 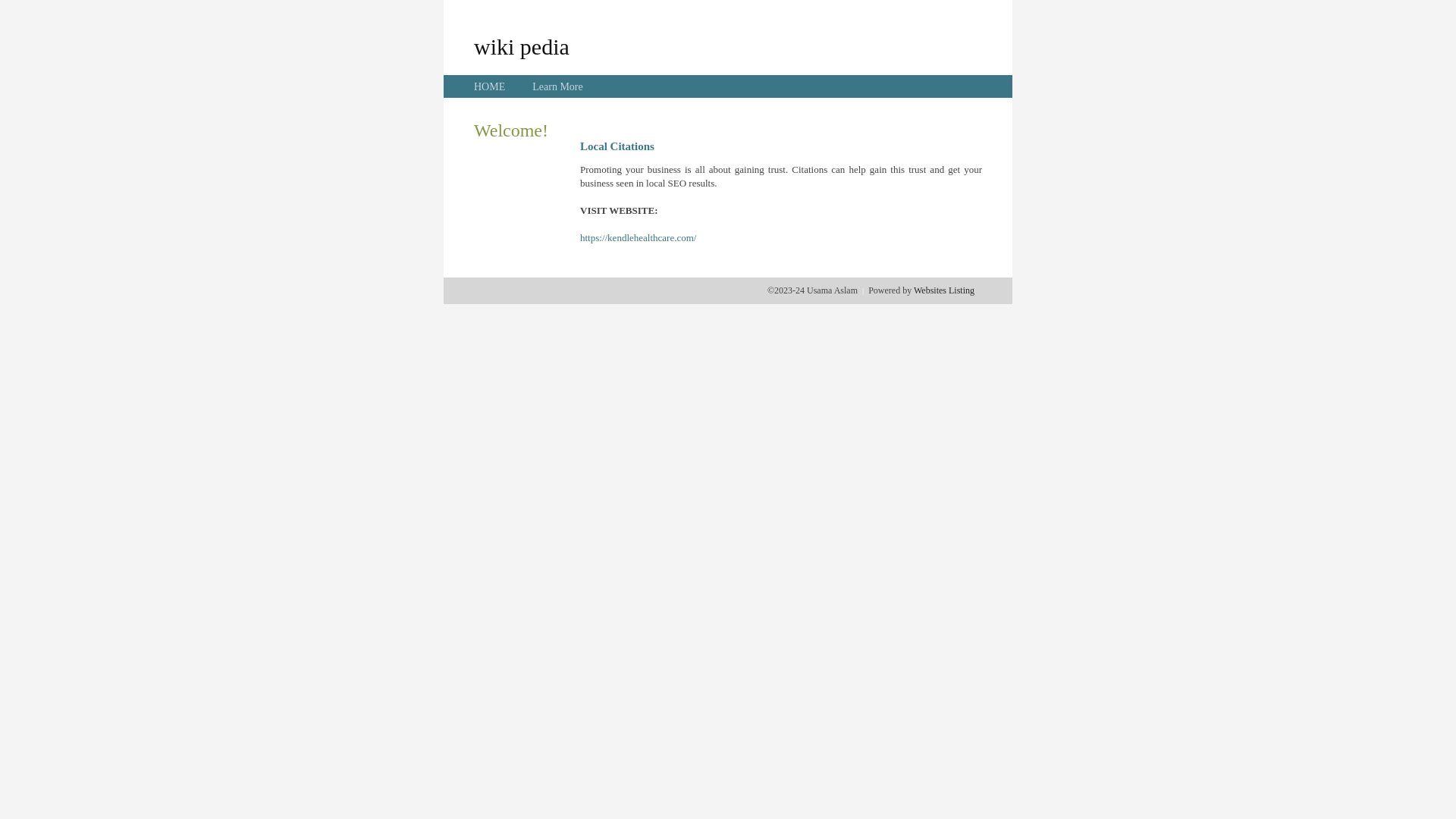 What do you see at coordinates (943, 290) in the screenshot?
I see `'Websites Listing'` at bounding box center [943, 290].